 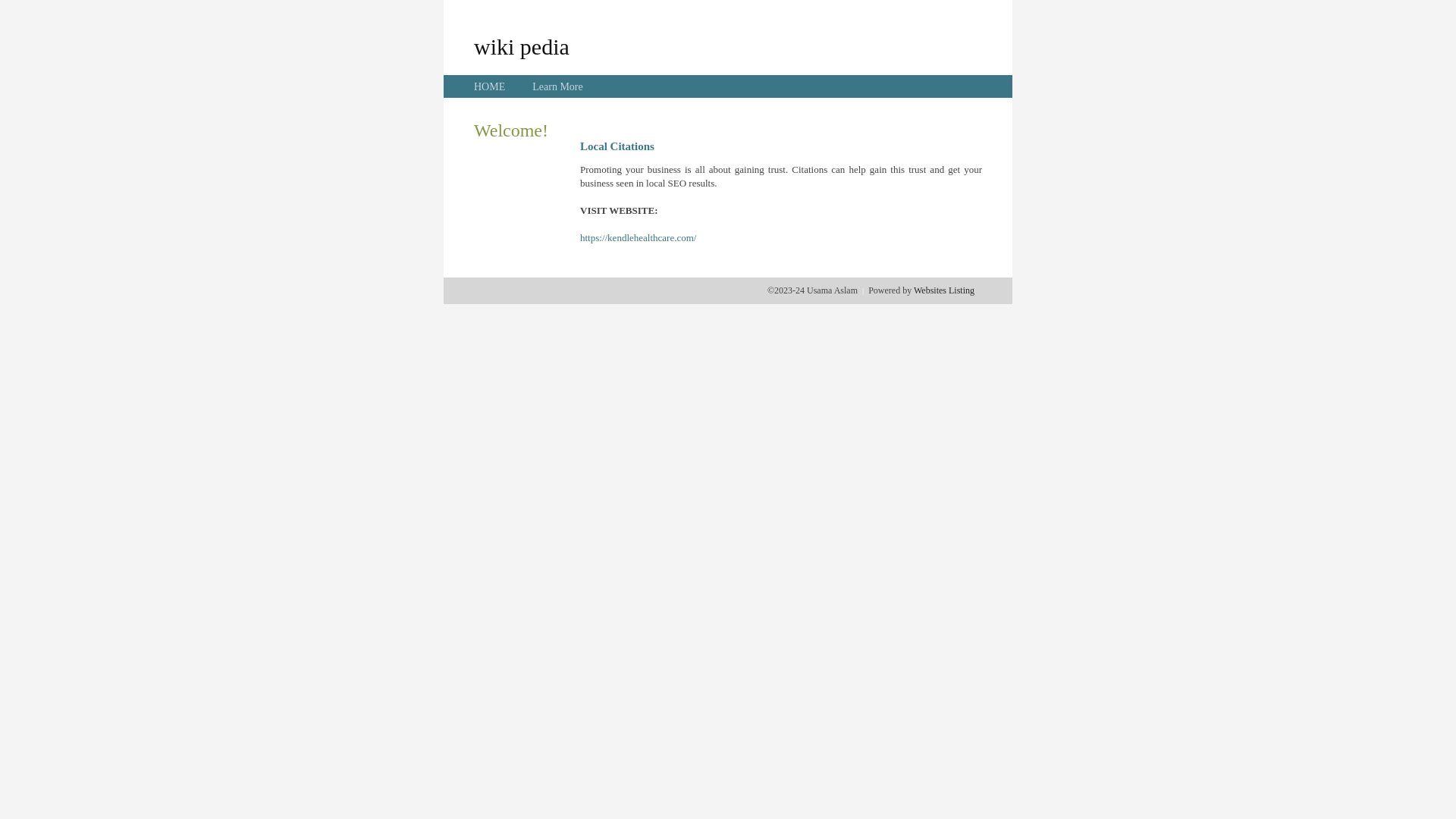 What do you see at coordinates (943, 290) in the screenshot?
I see `'Websites Listing'` at bounding box center [943, 290].